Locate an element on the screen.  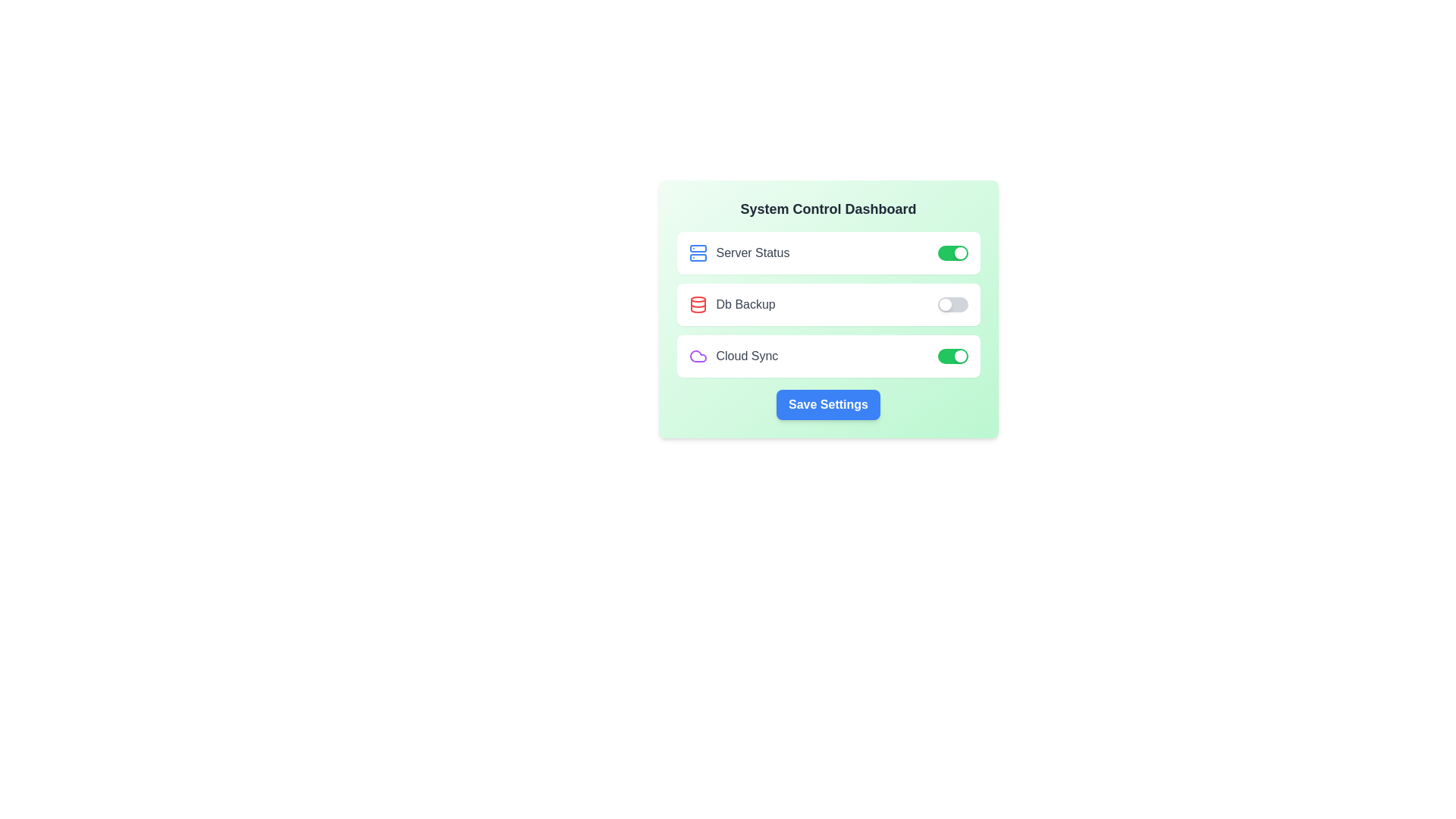
the 'Cloud Sync' toggle switch to change its state is located at coordinates (952, 356).